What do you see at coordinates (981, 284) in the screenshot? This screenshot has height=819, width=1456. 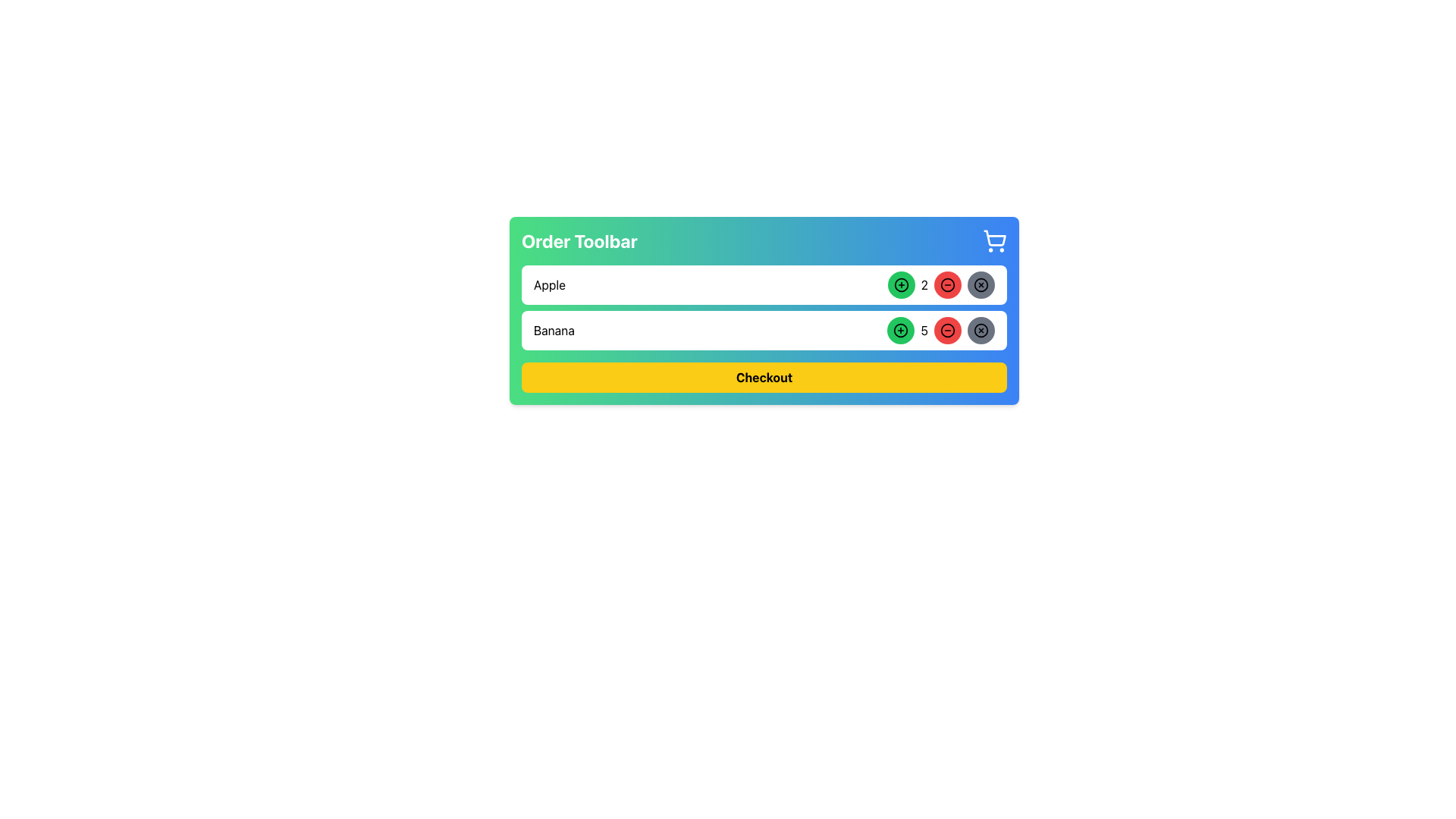 I see `the remove button, which is the third circular icon in the second row of the item list, located next to the 'Banana' label` at bounding box center [981, 284].